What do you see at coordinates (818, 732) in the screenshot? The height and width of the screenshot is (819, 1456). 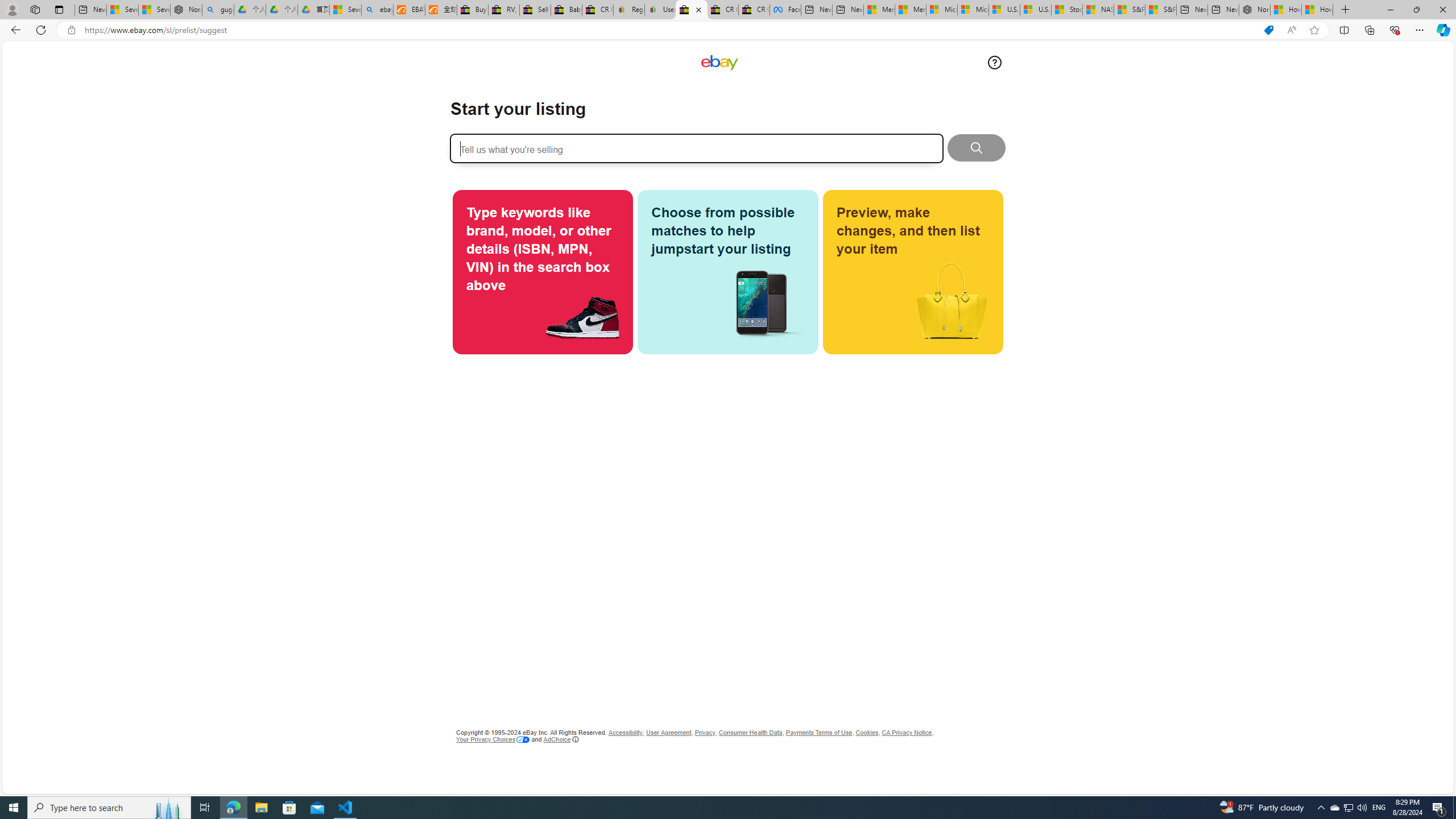 I see `'Payments Terms of Use'` at bounding box center [818, 732].